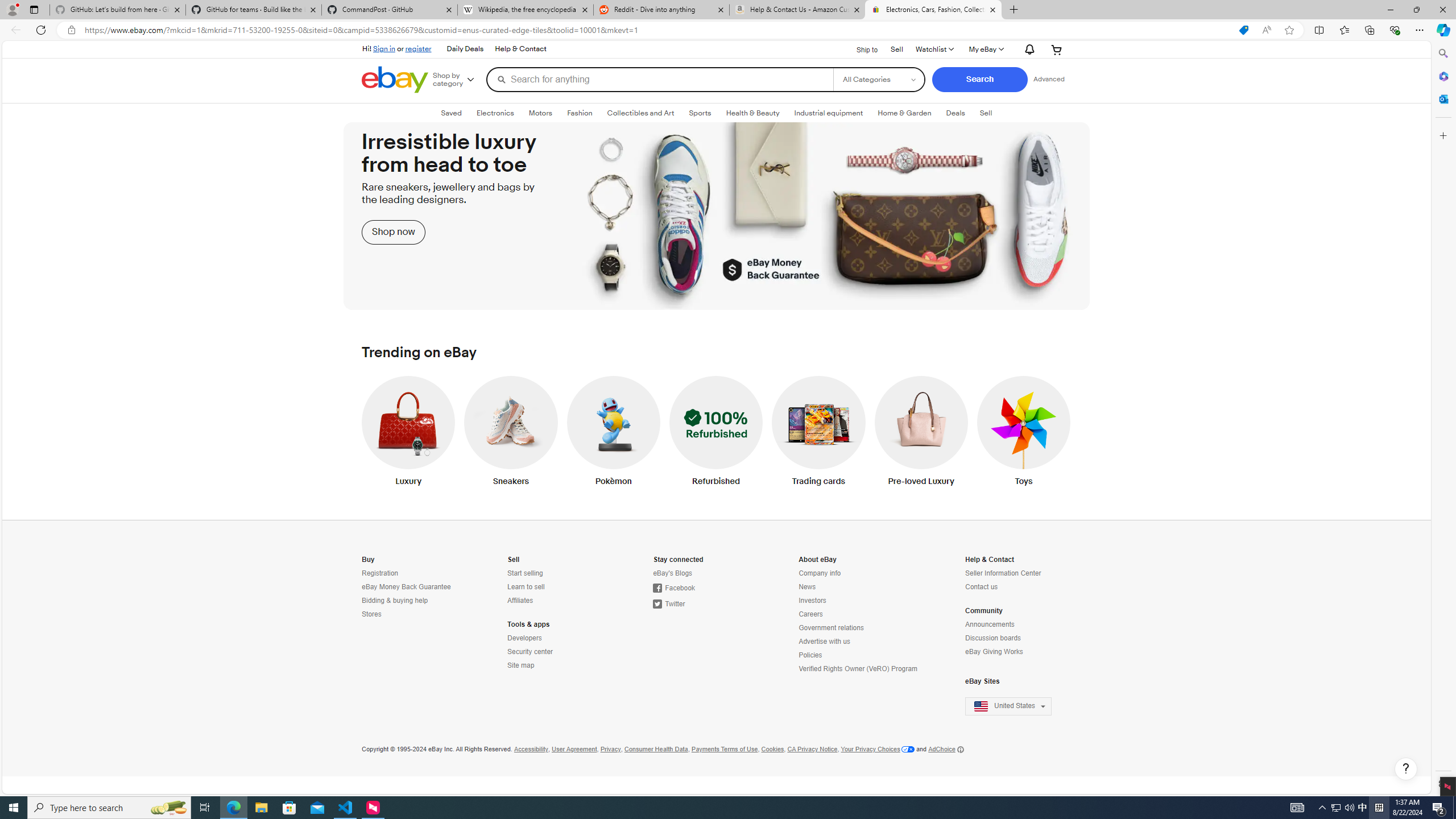 The width and height of the screenshot is (1456, 819). Describe the element at coordinates (986, 113) in the screenshot. I see `'SellExpand: Sell'` at that location.